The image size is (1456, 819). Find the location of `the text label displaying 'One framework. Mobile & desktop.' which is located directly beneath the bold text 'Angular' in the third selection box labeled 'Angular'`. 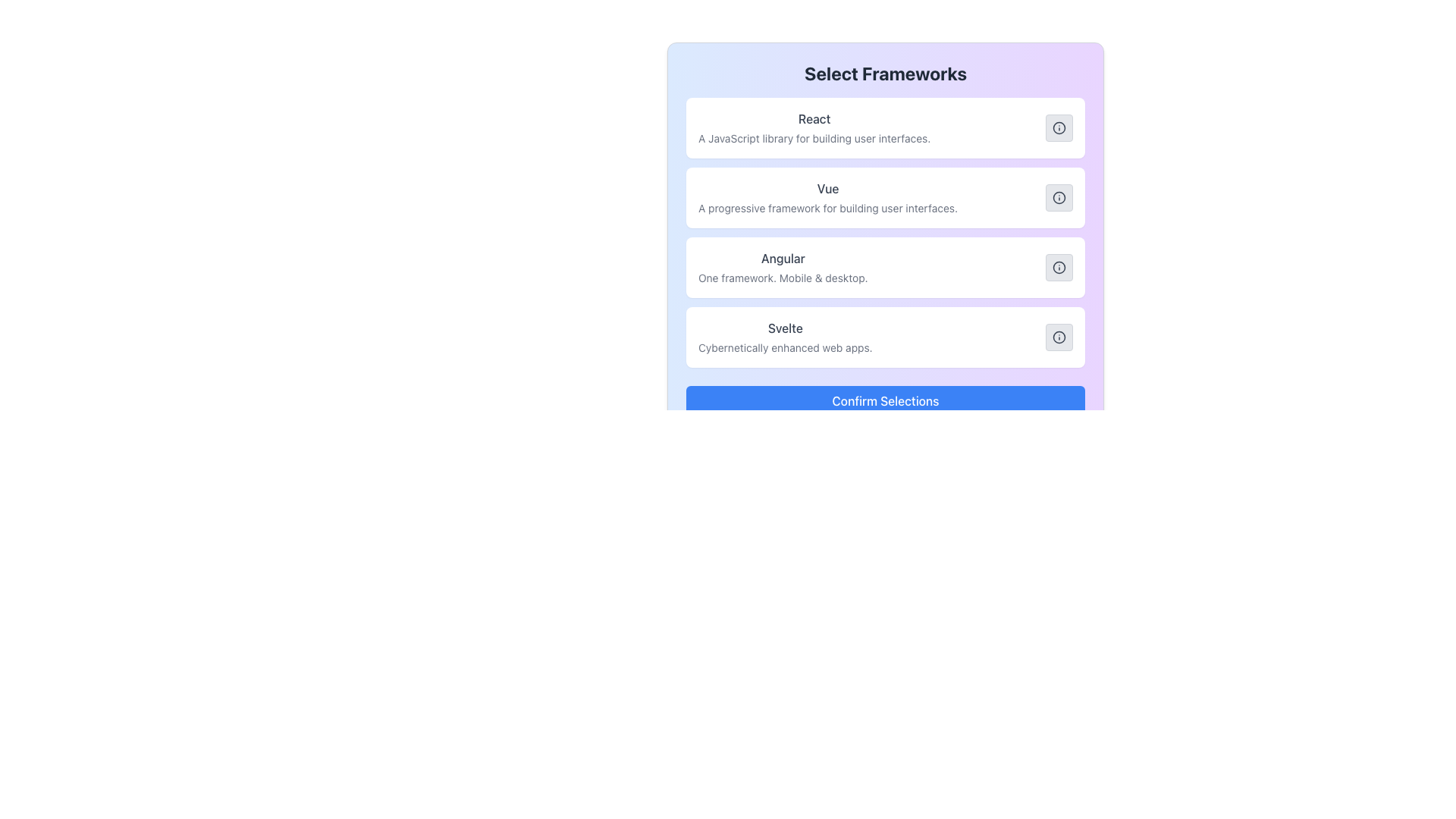

the text label displaying 'One framework. Mobile & desktop.' which is located directly beneath the bold text 'Angular' in the third selection box labeled 'Angular' is located at coordinates (783, 278).